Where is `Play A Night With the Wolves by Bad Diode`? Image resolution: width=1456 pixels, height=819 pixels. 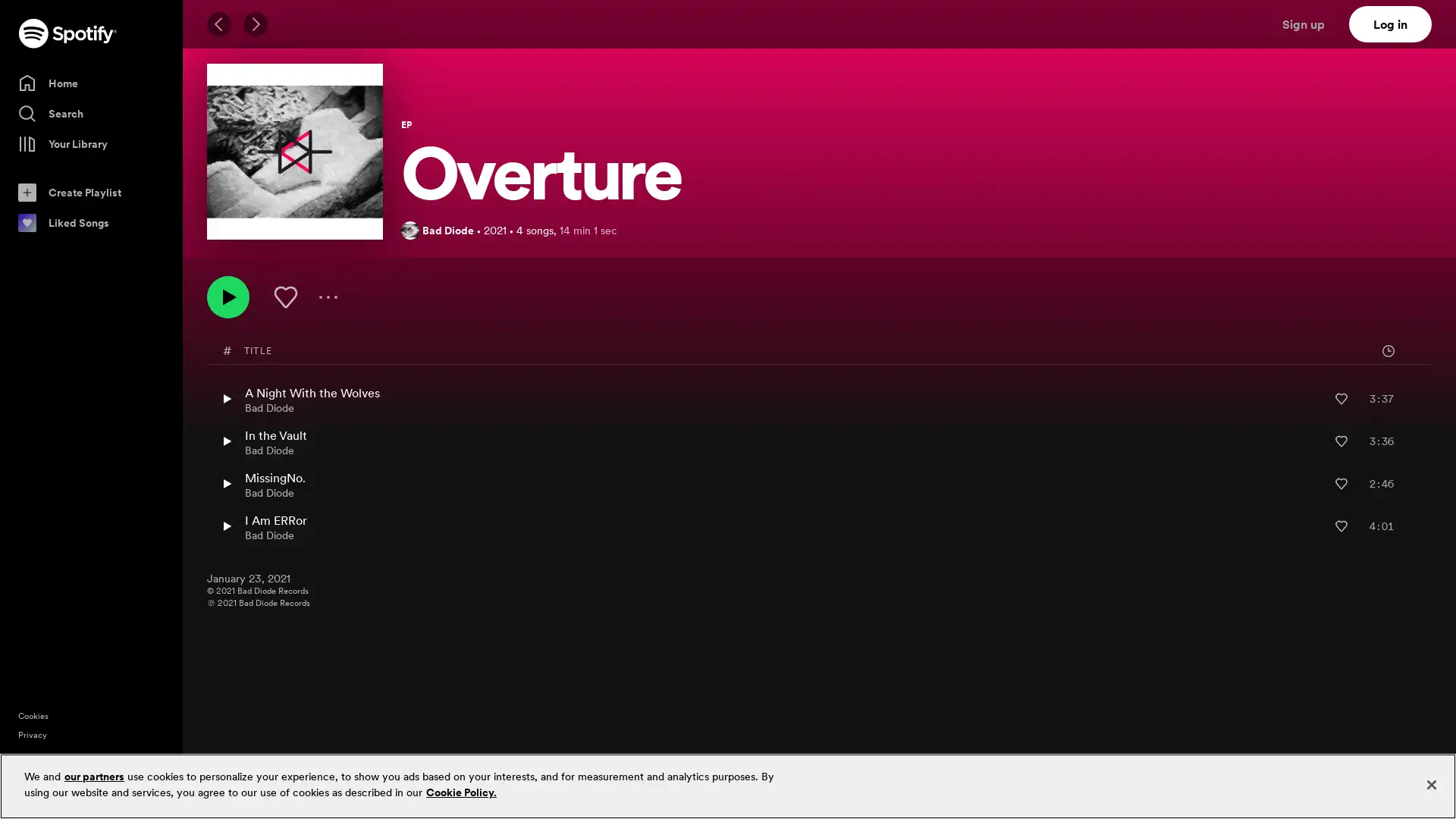
Play A Night With the Wolves by Bad Diode is located at coordinates (225, 397).